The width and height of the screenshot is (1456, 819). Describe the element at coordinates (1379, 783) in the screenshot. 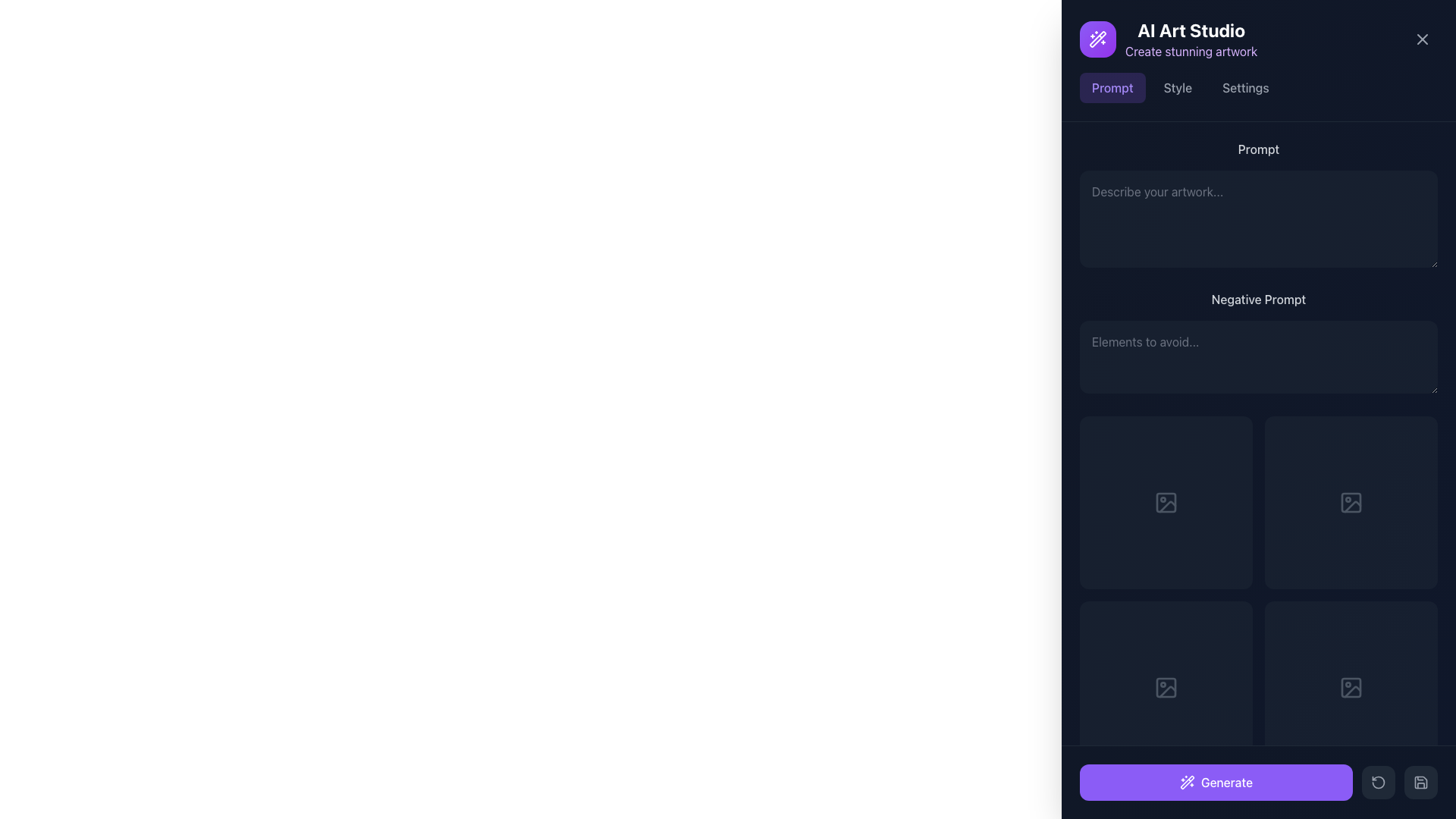

I see `the circular icon button with a dark grey background and a counter-clockwise rotation arrow to observe its hover effect` at that location.